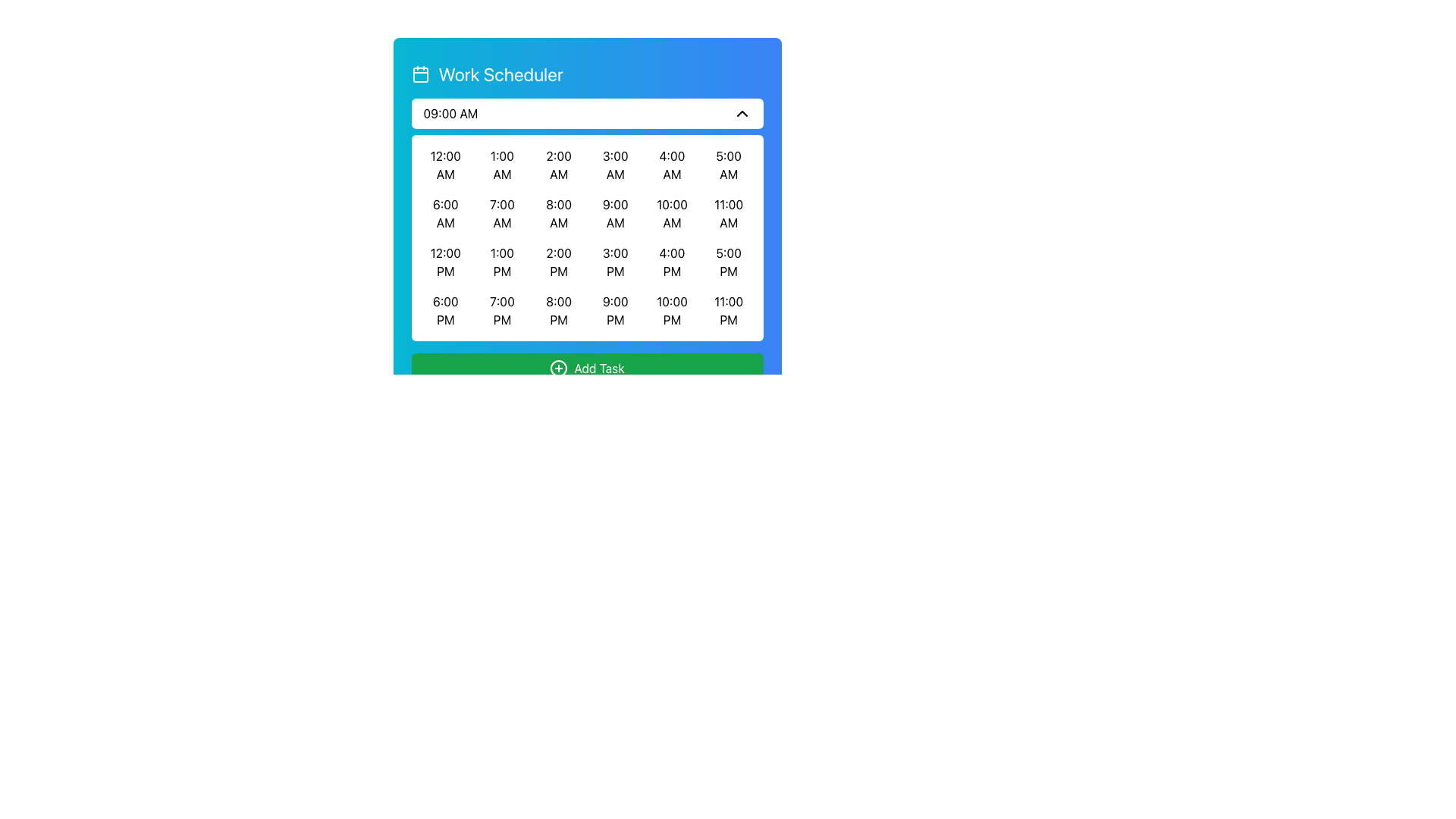  Describe the element at coordinates (729, 262) in the screenshot. I see `the button labeled '5:00 PM' located` at that location.